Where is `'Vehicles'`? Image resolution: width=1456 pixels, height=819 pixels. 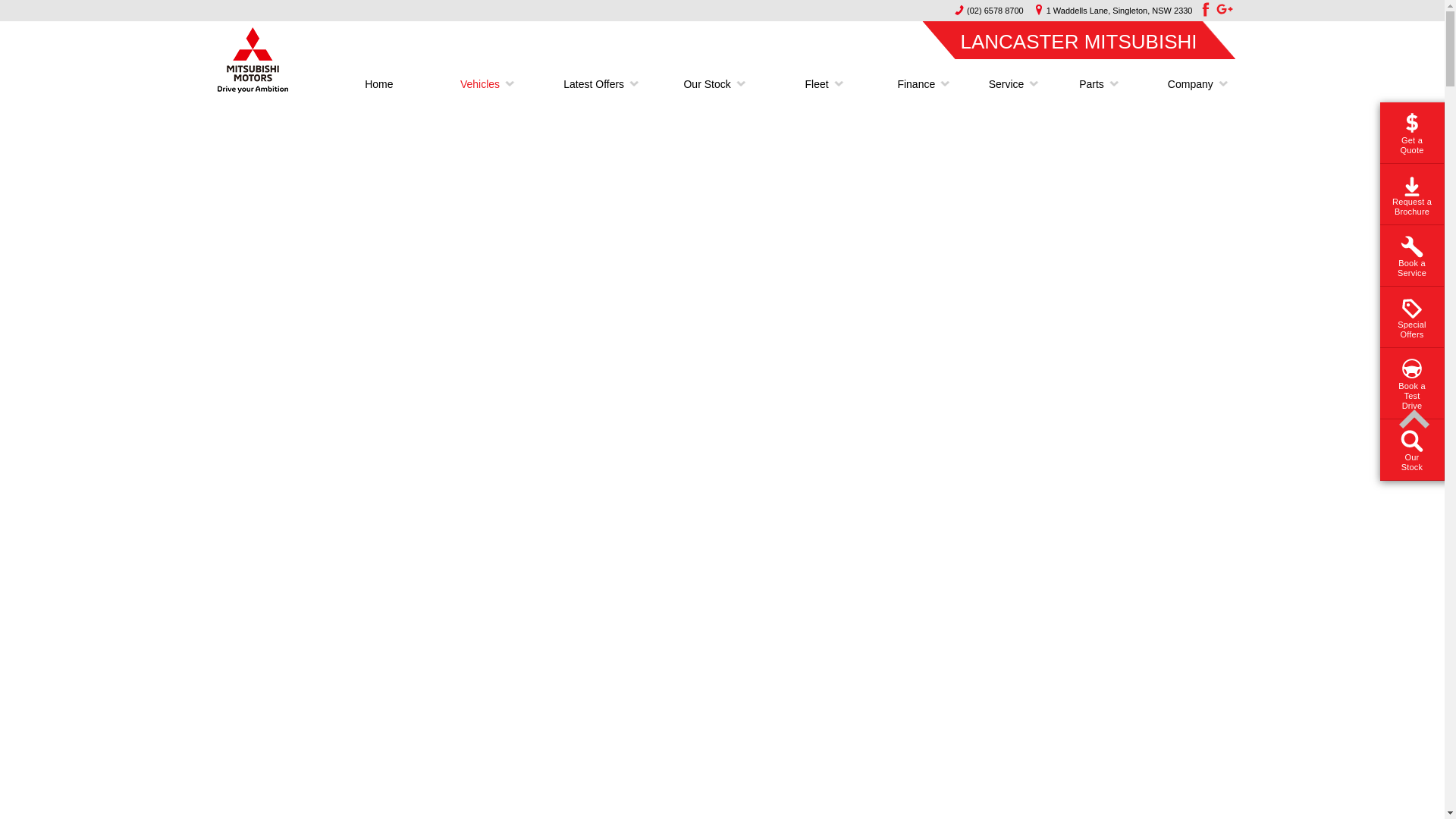
'Vehicles' is located at coordinates (479, 84).